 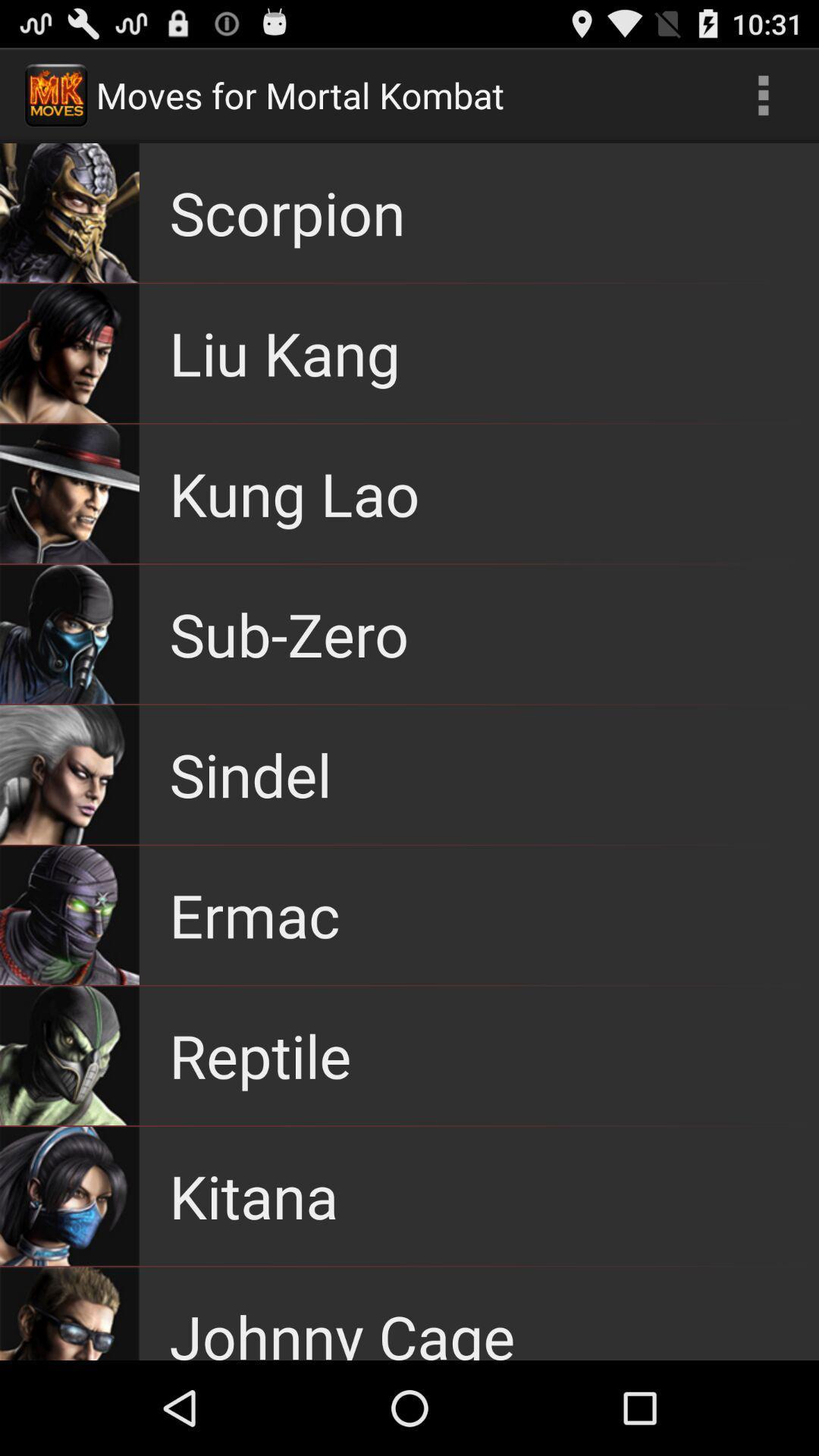 What do you see at coordinates (342, 1328) in the screenshot?
I see `the app below kitana app` at bounding box center [342, 1328].